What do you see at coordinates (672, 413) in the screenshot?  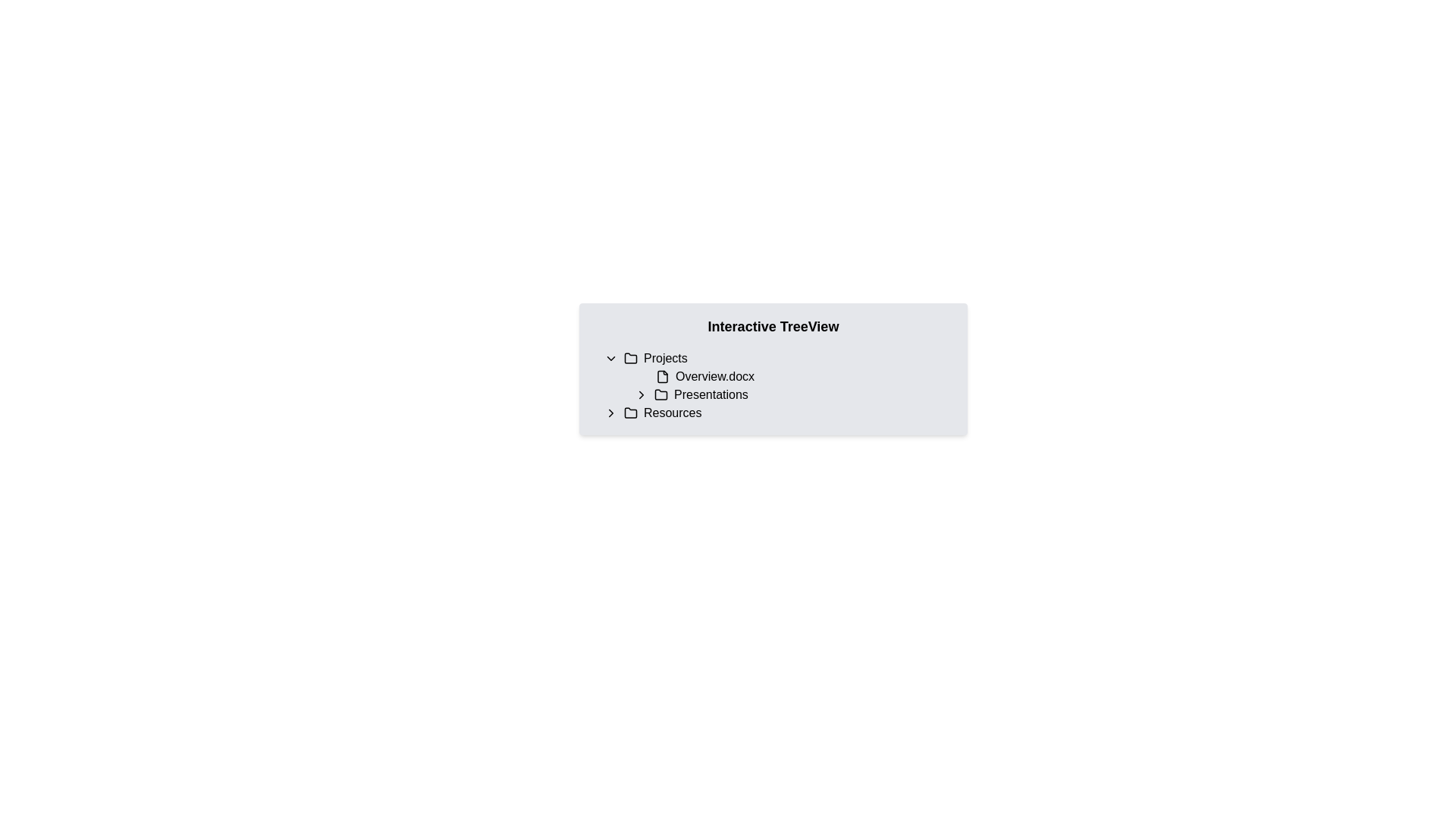 I see `on the text label 'Resources'` at bounding box center [672, 413].